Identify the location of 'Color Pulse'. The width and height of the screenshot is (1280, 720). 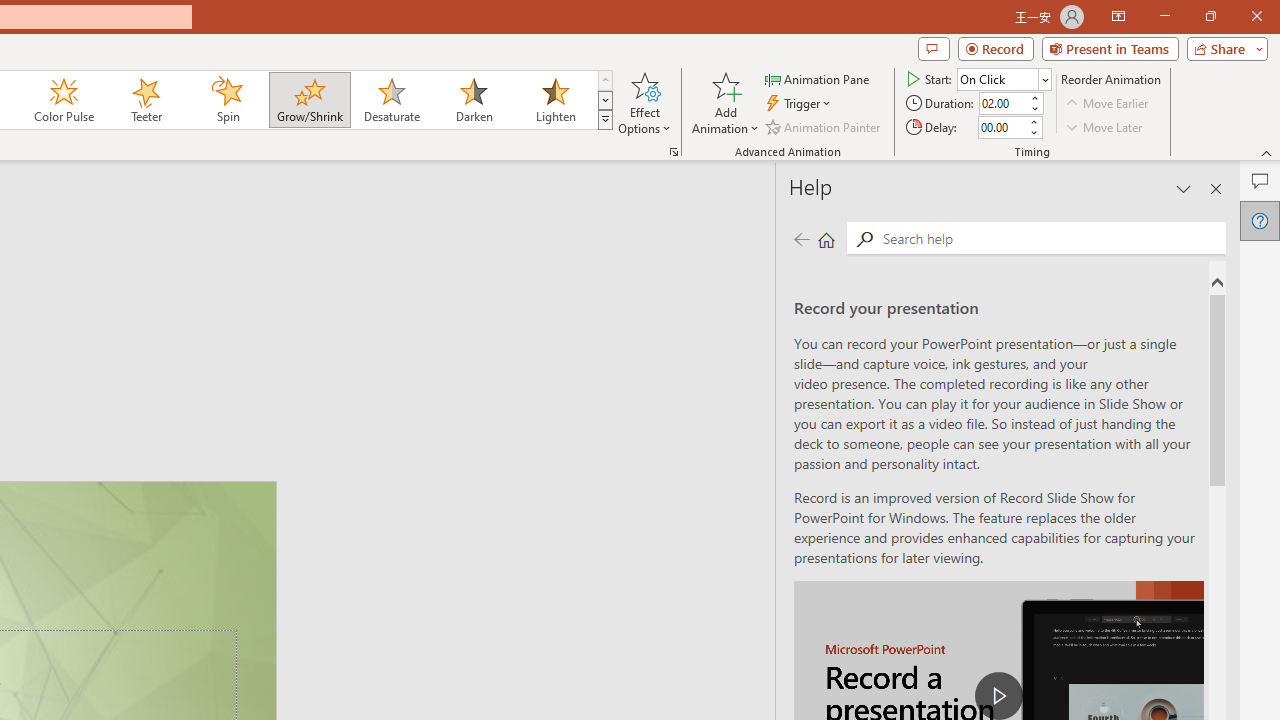
(64, 100).